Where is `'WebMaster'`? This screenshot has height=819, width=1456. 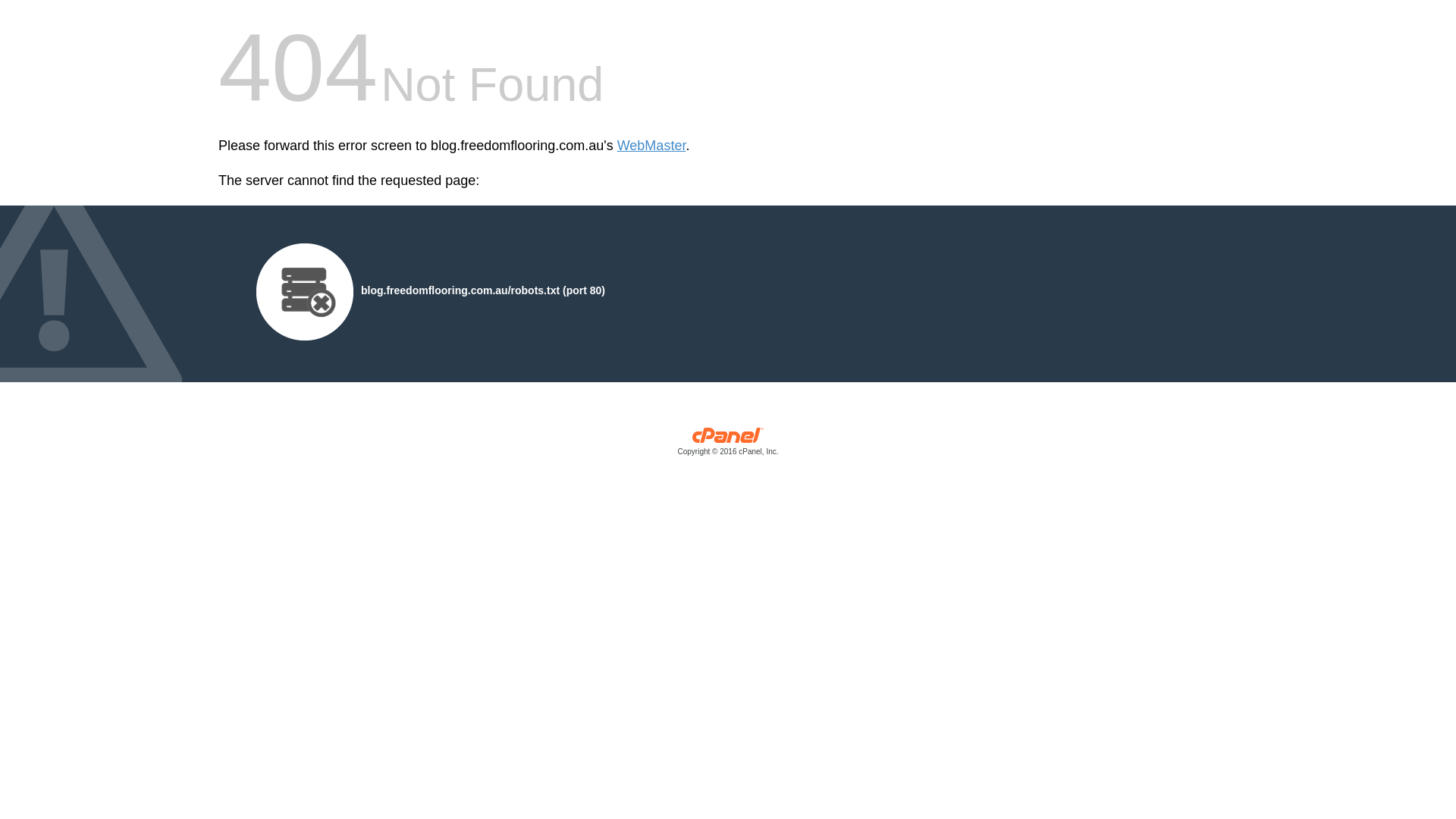 'WebMaster' is located at coordinates (651, 146).